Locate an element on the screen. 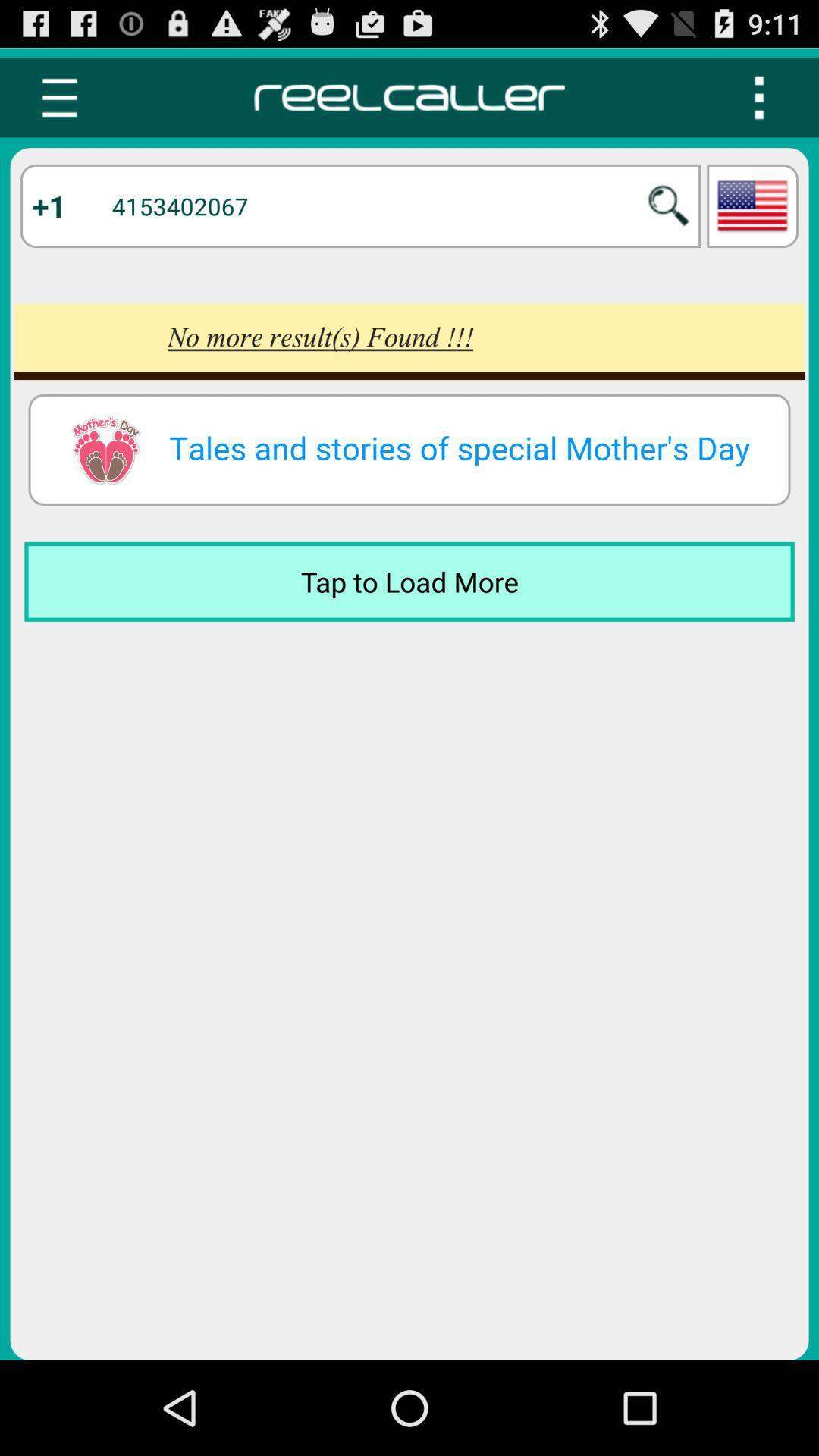 This screenshot has height=1456, width=819. the more icon is located at coordinates (759, 104).